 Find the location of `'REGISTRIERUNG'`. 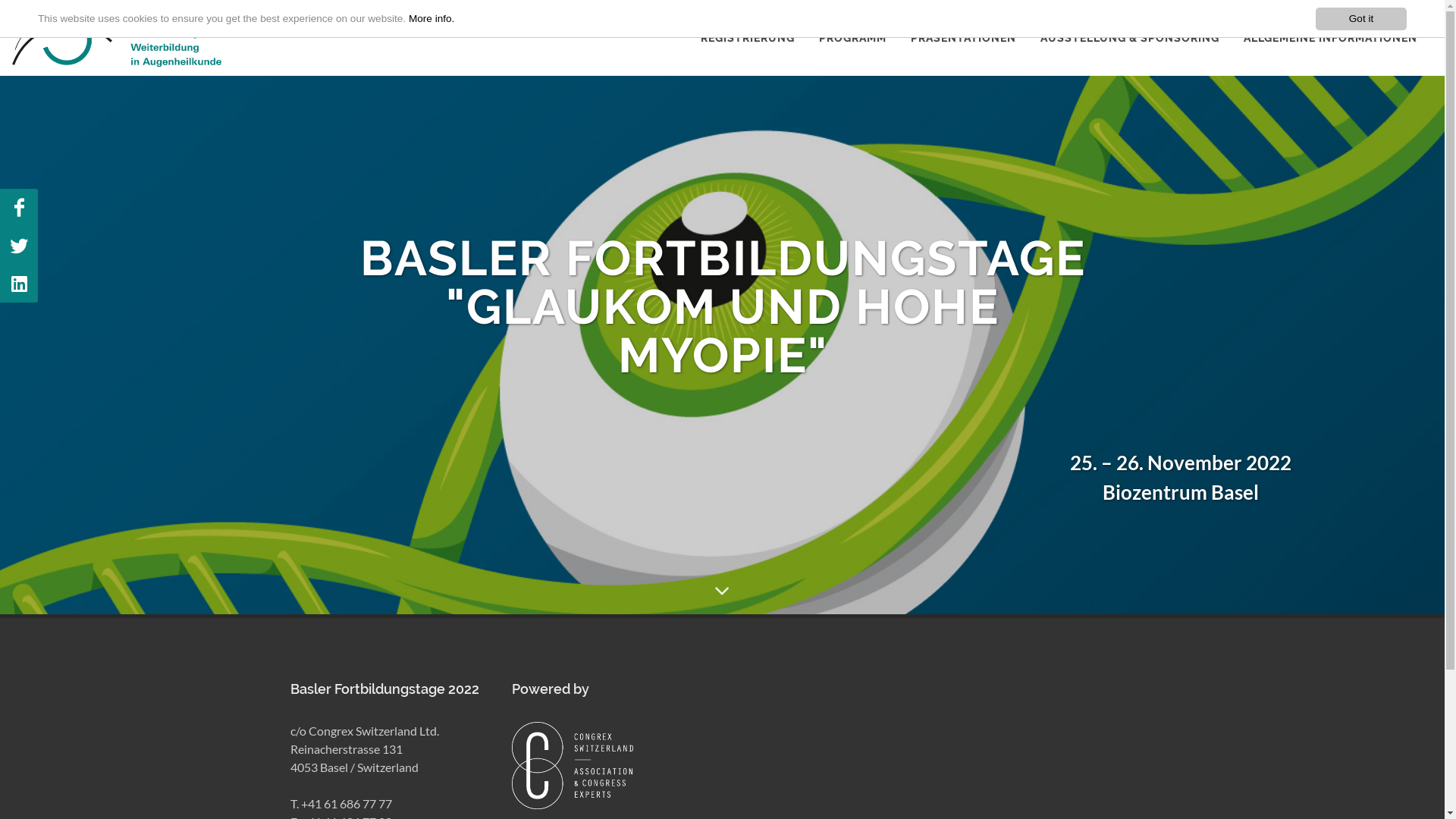

'REGISTRIERUNG' is located at coordinates (747, 37).